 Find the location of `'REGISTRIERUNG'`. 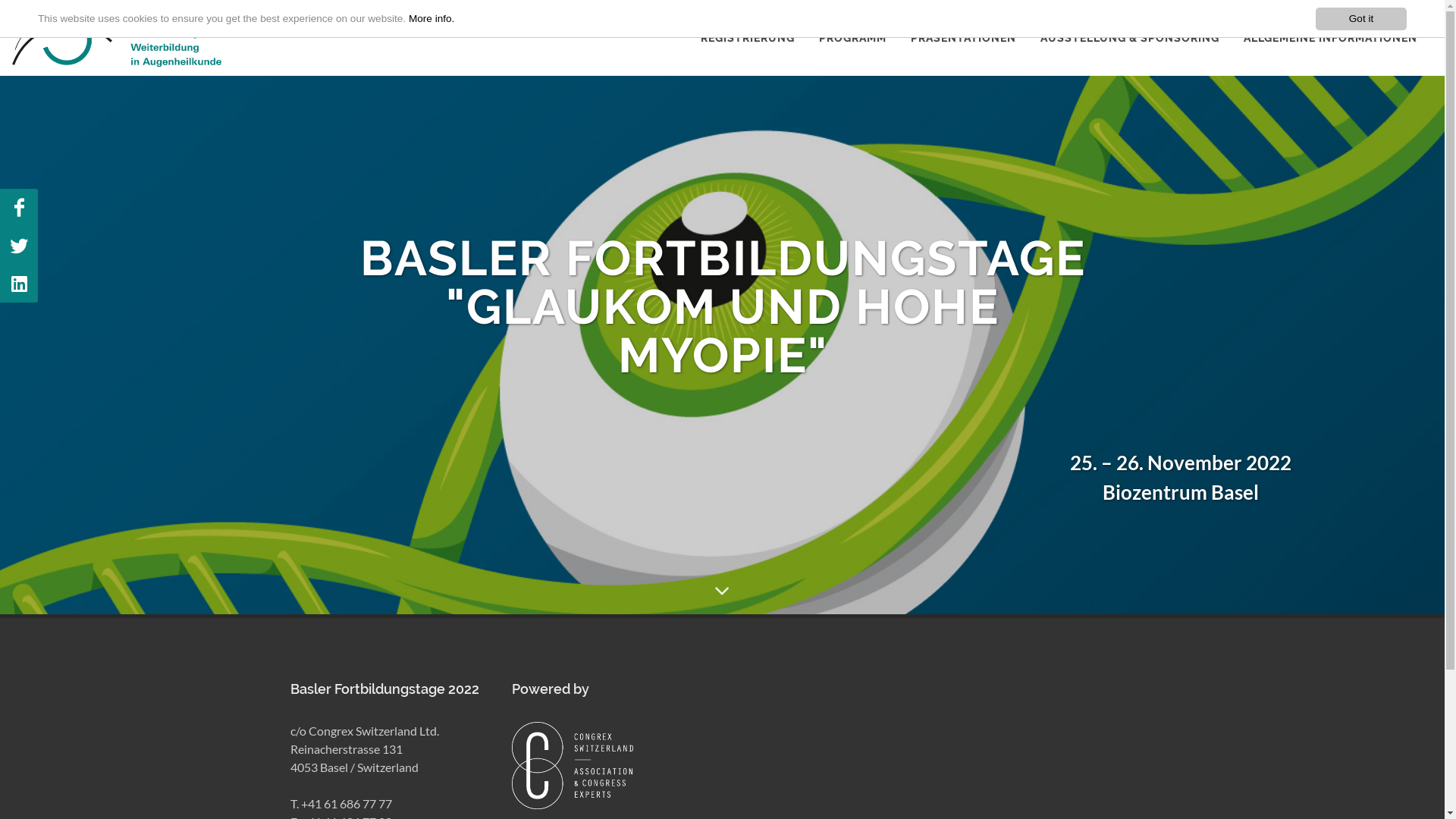

'REGISTRIERUNG' is located at coordinates (747, 37).